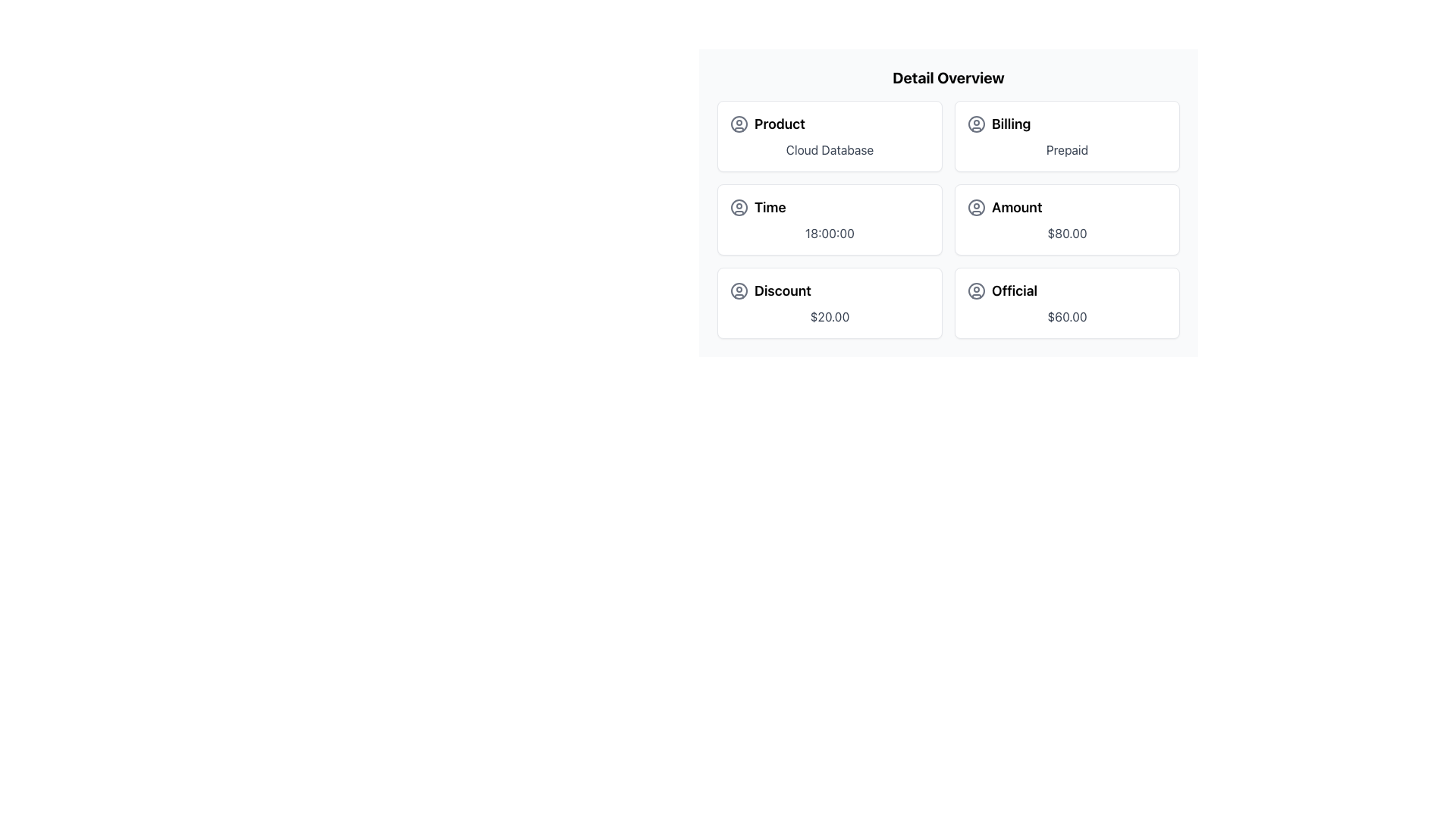  Describe the element at coordinates (739, 291) in the screenshot. I see `the SVG Circle located in the 'Discount' section, positioned centrally to the text and other visual components` at that location.